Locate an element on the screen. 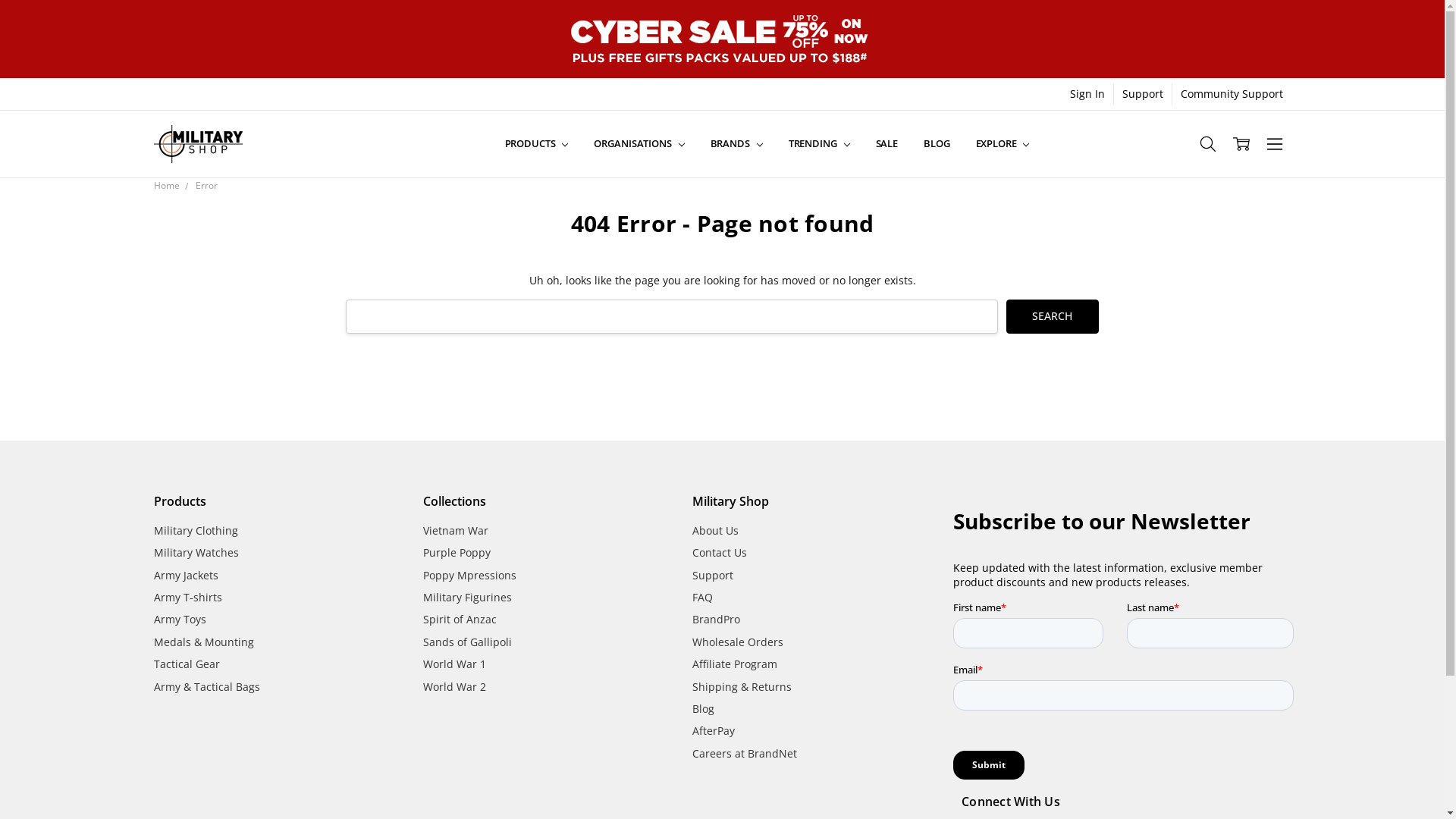 This screenshot has width=1456, height=819. 'Affiliate Program' is located at coordinates (735, 663).